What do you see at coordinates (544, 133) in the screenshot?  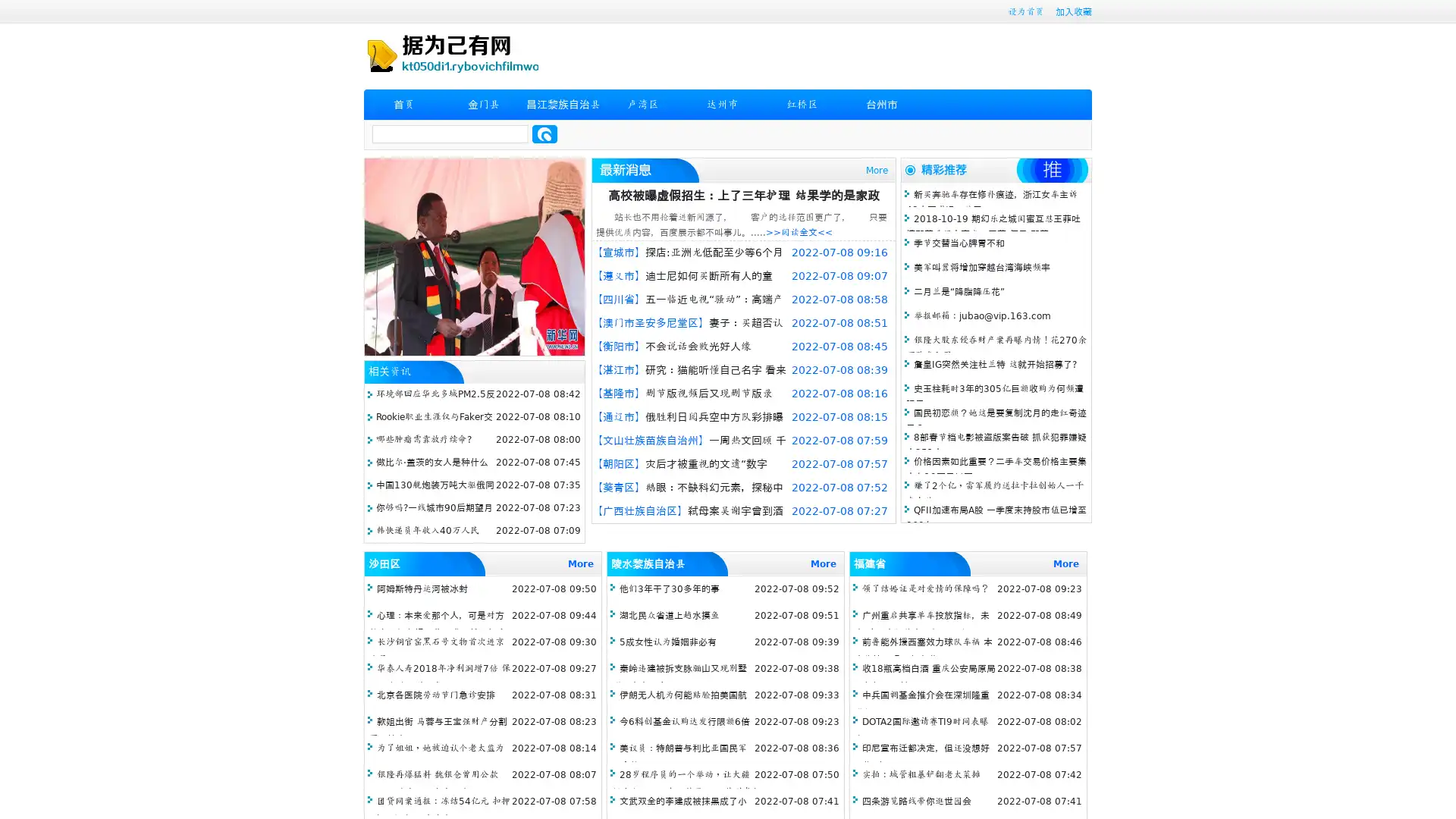 I see `Search` at bounding box center [544, 133].